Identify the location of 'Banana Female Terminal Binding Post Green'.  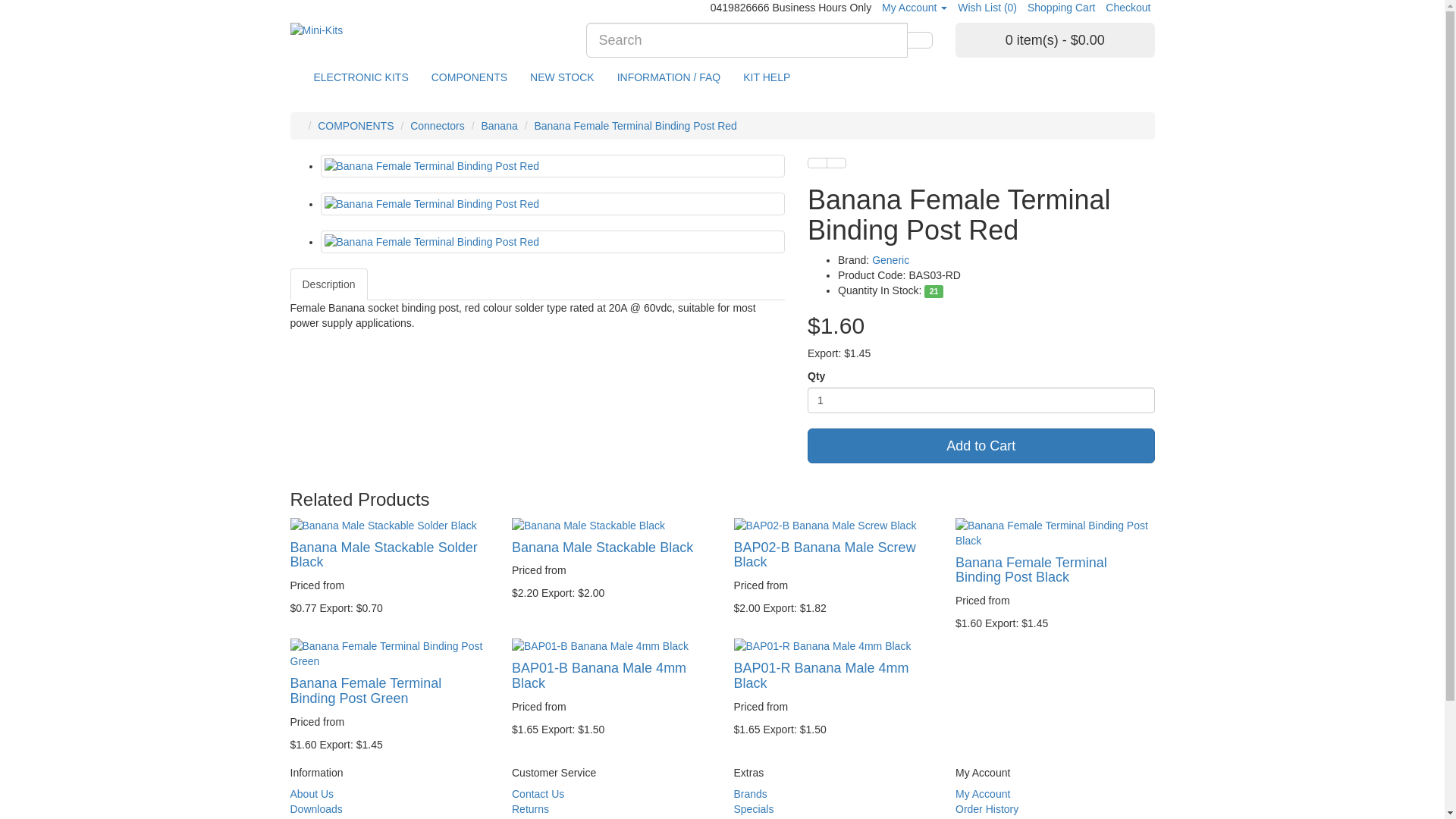
(365, 690).